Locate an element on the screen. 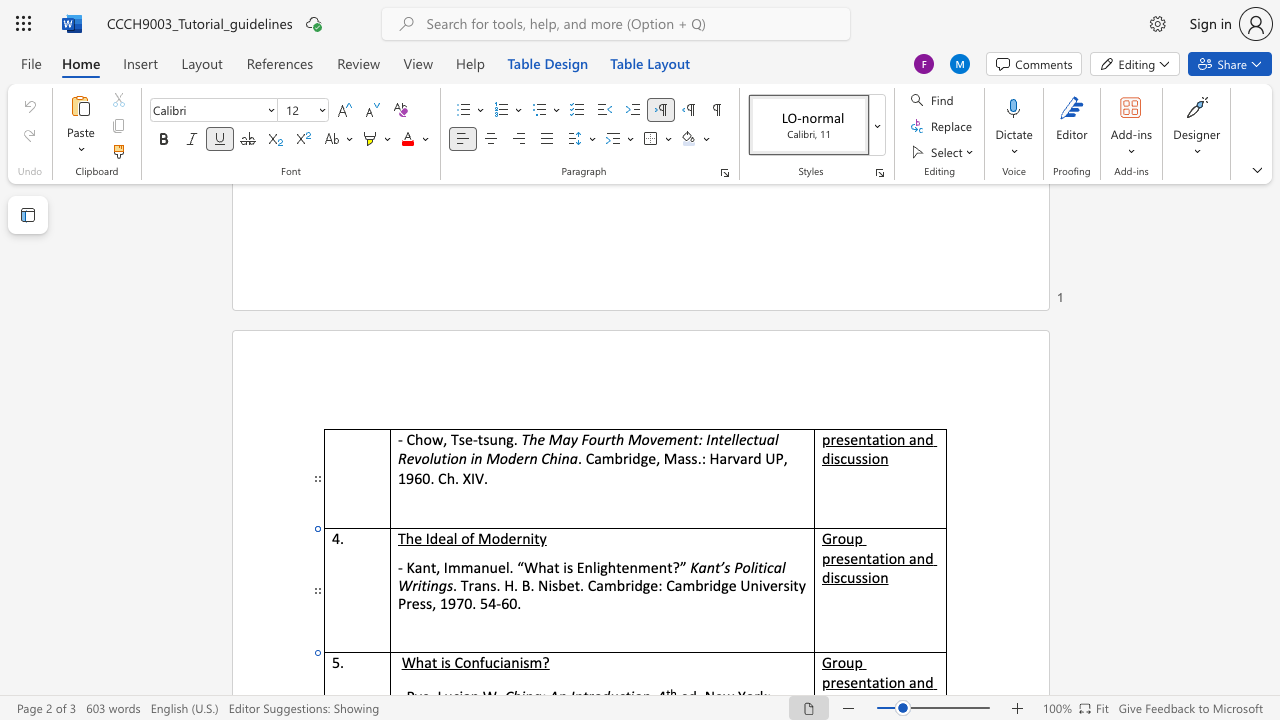  the 2th character "n" in the text is located at coordinates (433, 585).